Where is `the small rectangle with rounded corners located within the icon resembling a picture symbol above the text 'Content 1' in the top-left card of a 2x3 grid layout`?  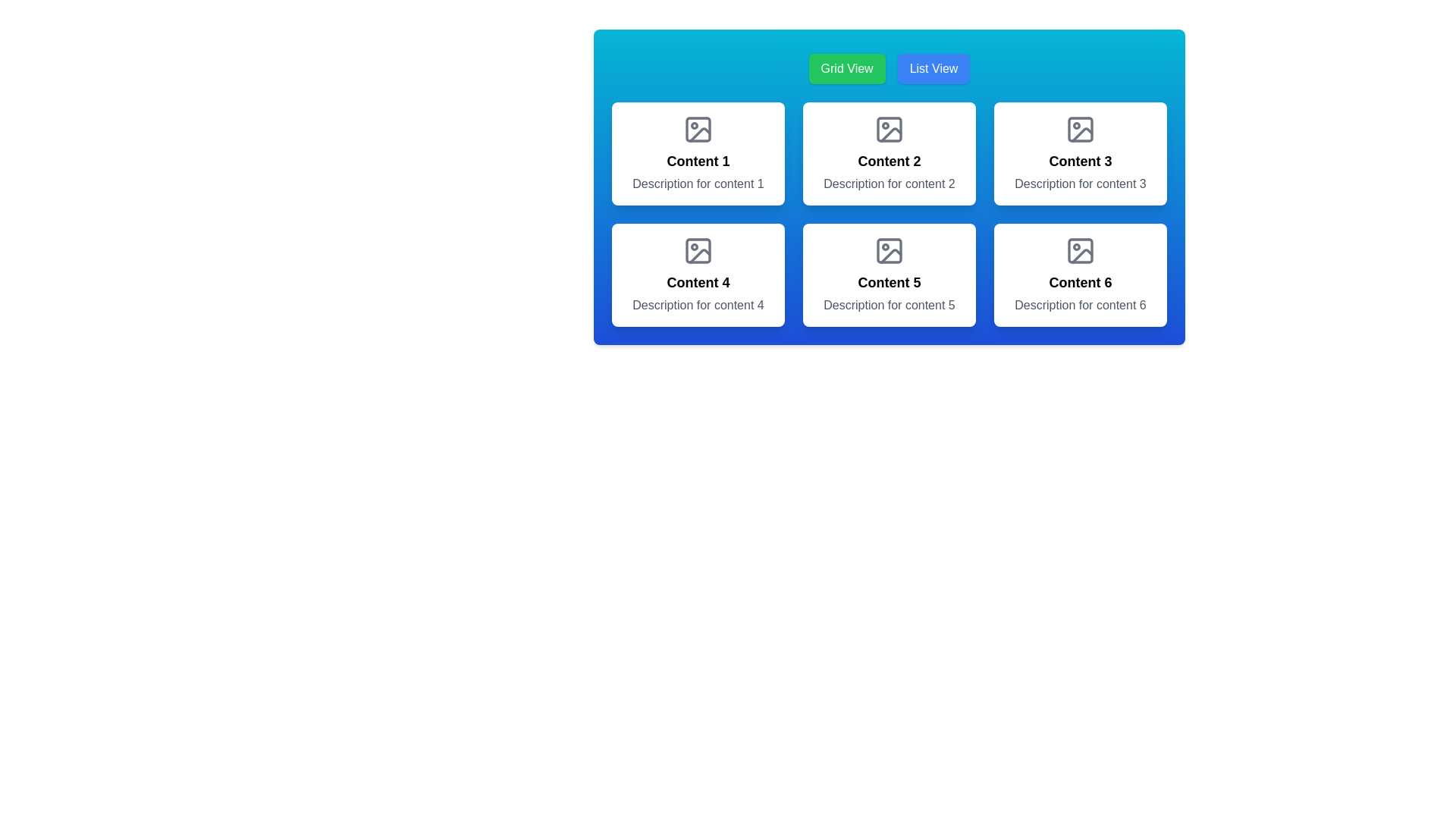
the small rectangle with rounded corners located within the icon resembling a picture symbol above the text 'Content 1' in the top-left card of a 2x3 grid layout is located at coordinates (698, 128).